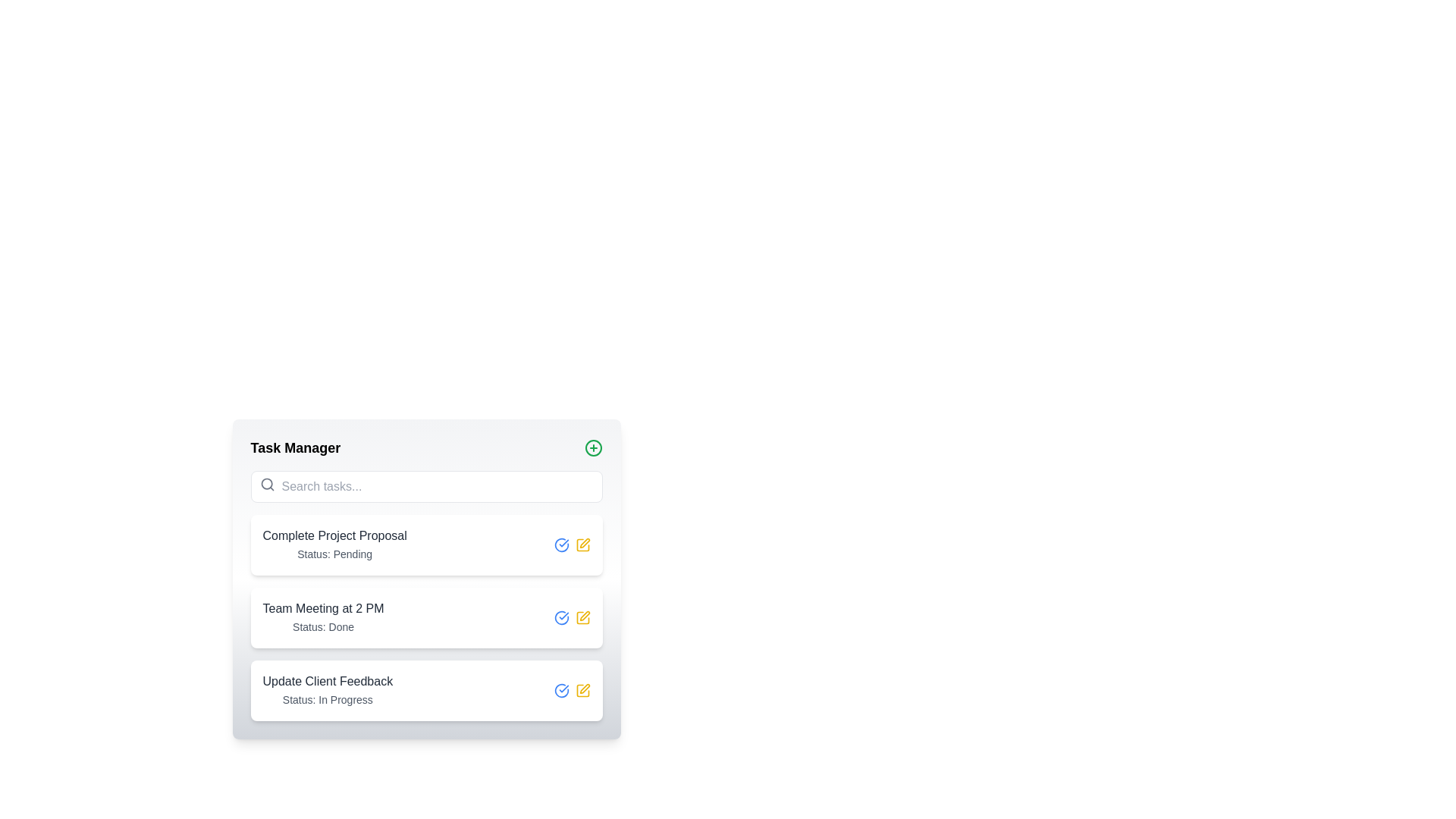 This screenshot has width=1456, height=819. Describe the element at coordinates (334, 544) in the screenshot. I see `the text block that presents details about the specific task, including its title and completion status, located in the first task item under the 'Task Manager' heading` at that location.